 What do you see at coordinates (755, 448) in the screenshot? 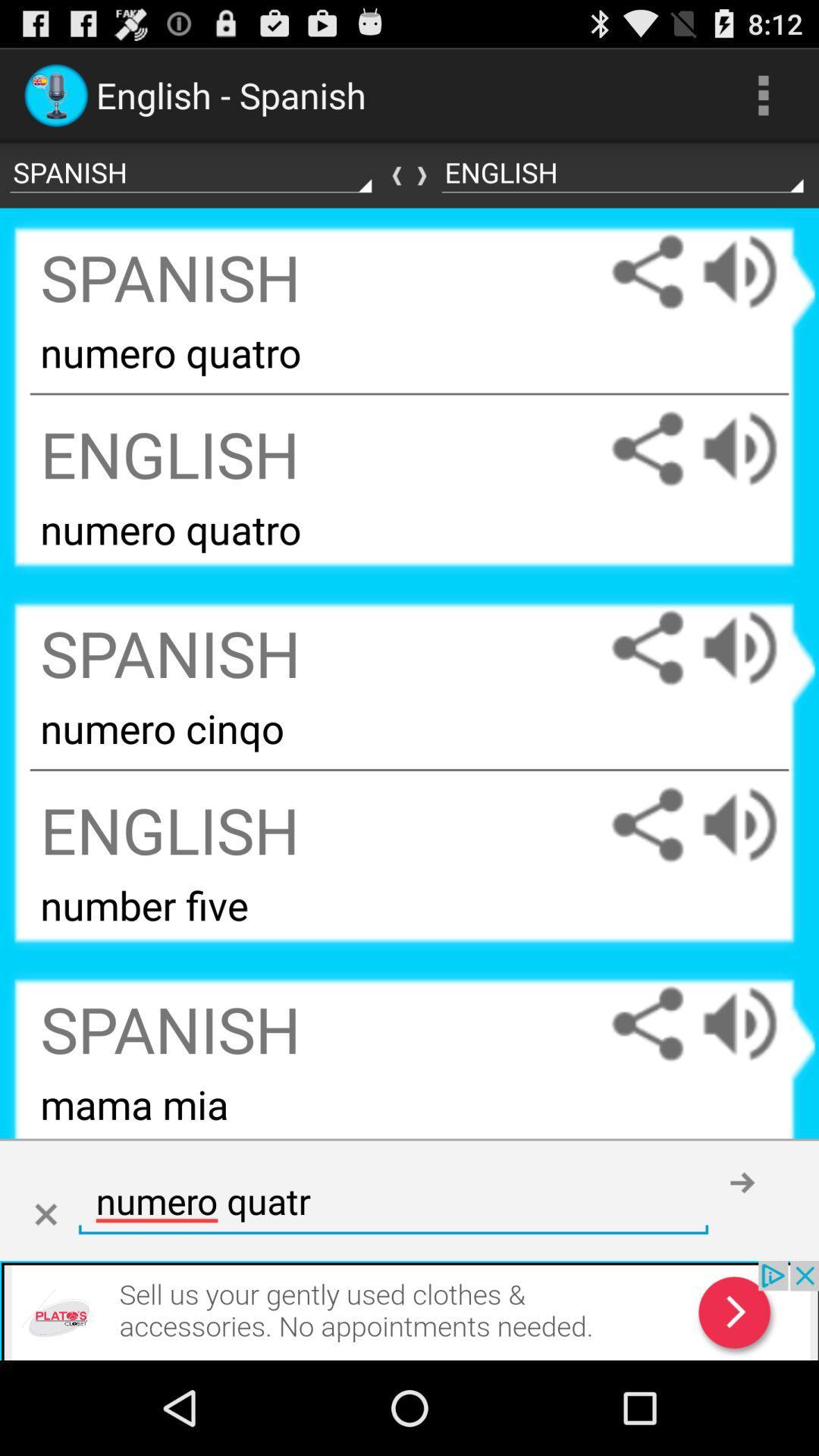
I see `autoplay option` at bounding box center [755, 448].